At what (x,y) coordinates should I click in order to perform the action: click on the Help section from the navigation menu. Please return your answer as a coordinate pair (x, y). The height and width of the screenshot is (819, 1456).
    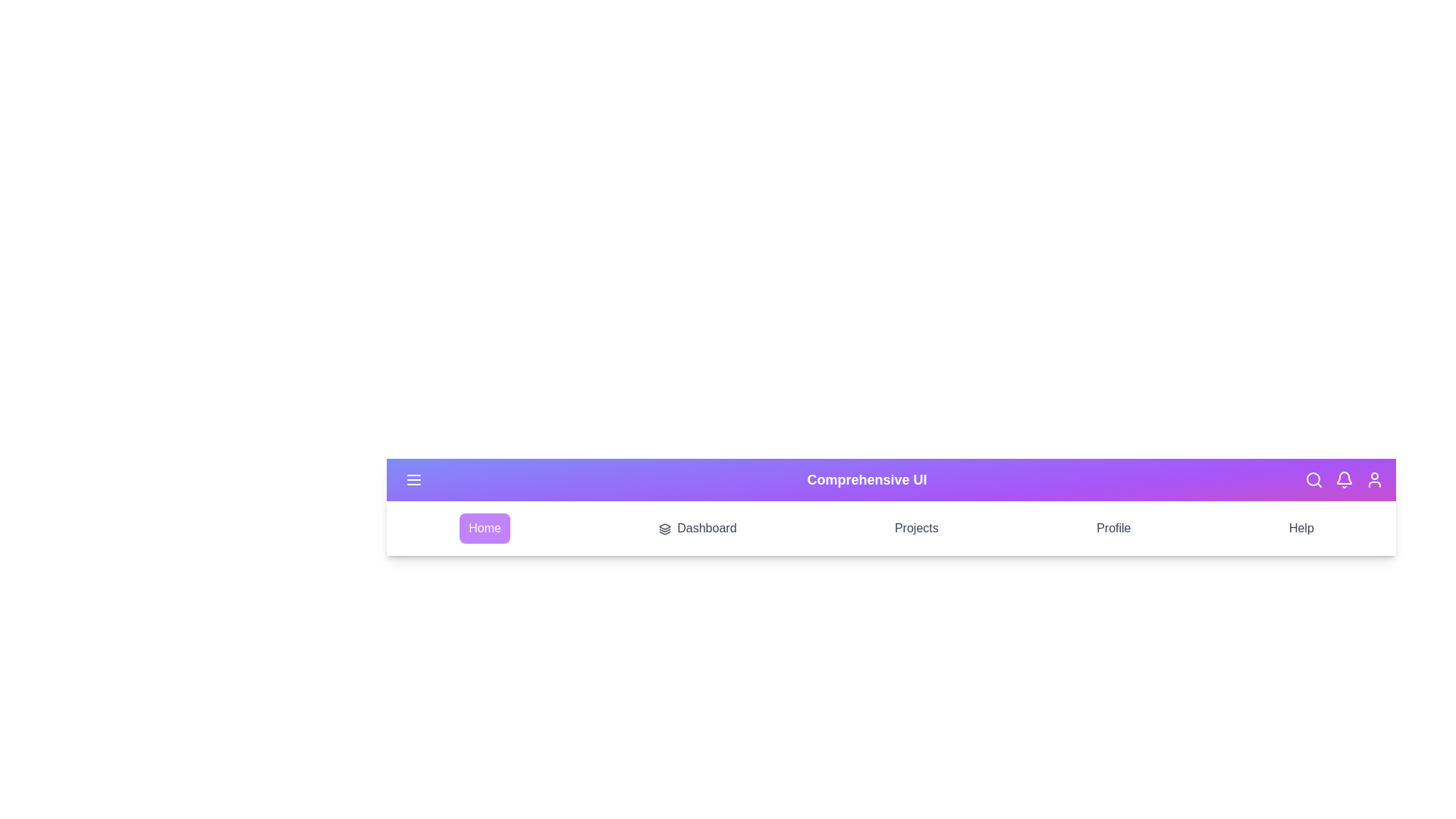
    Looking at the image, I should click on (1301, 528).